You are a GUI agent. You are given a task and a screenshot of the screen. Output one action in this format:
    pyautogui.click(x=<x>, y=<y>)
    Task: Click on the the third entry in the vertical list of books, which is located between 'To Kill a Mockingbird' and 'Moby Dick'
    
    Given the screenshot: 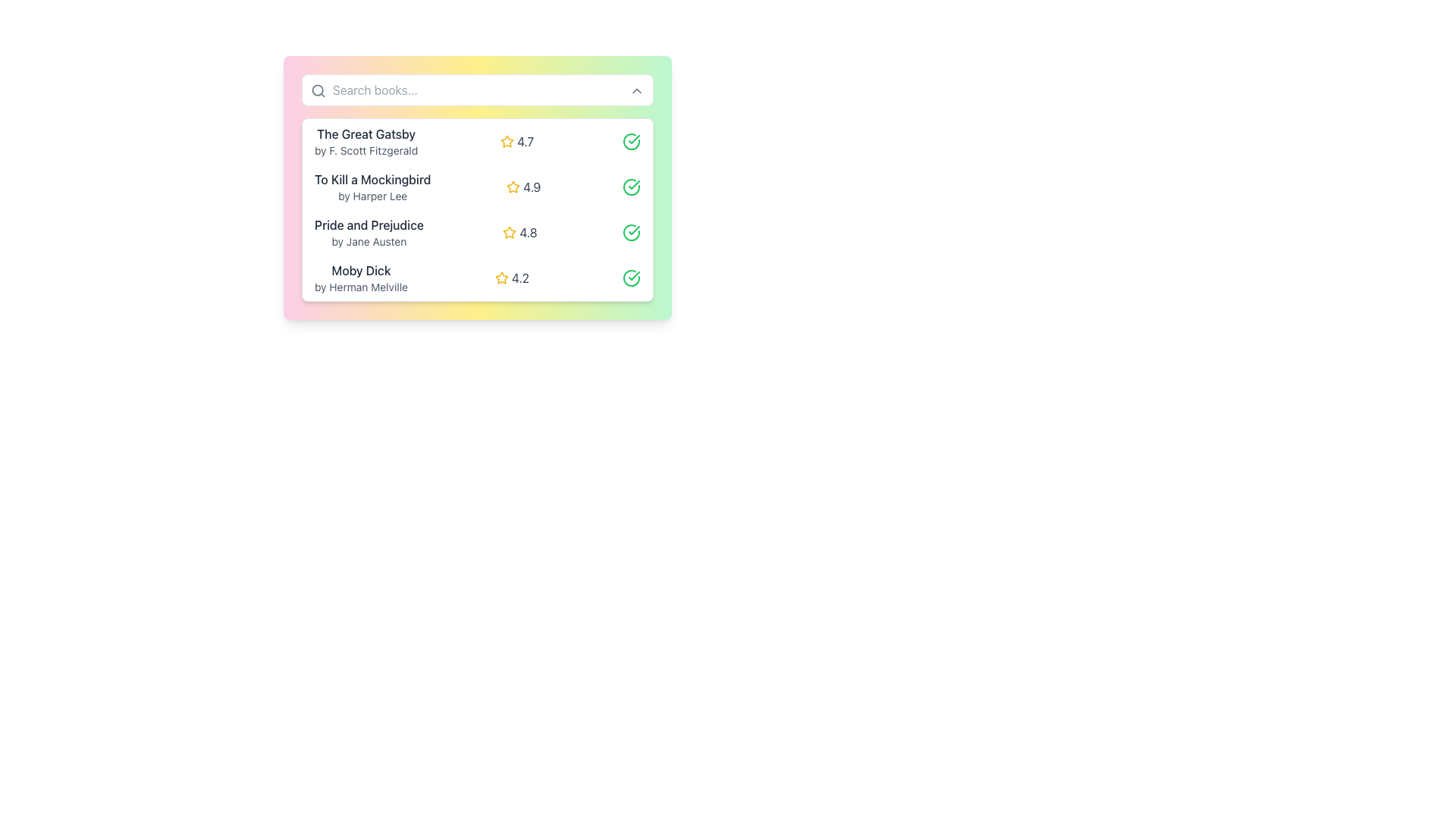 What is the action you would take?
    pyautogui.click(x=476, y=210)
    